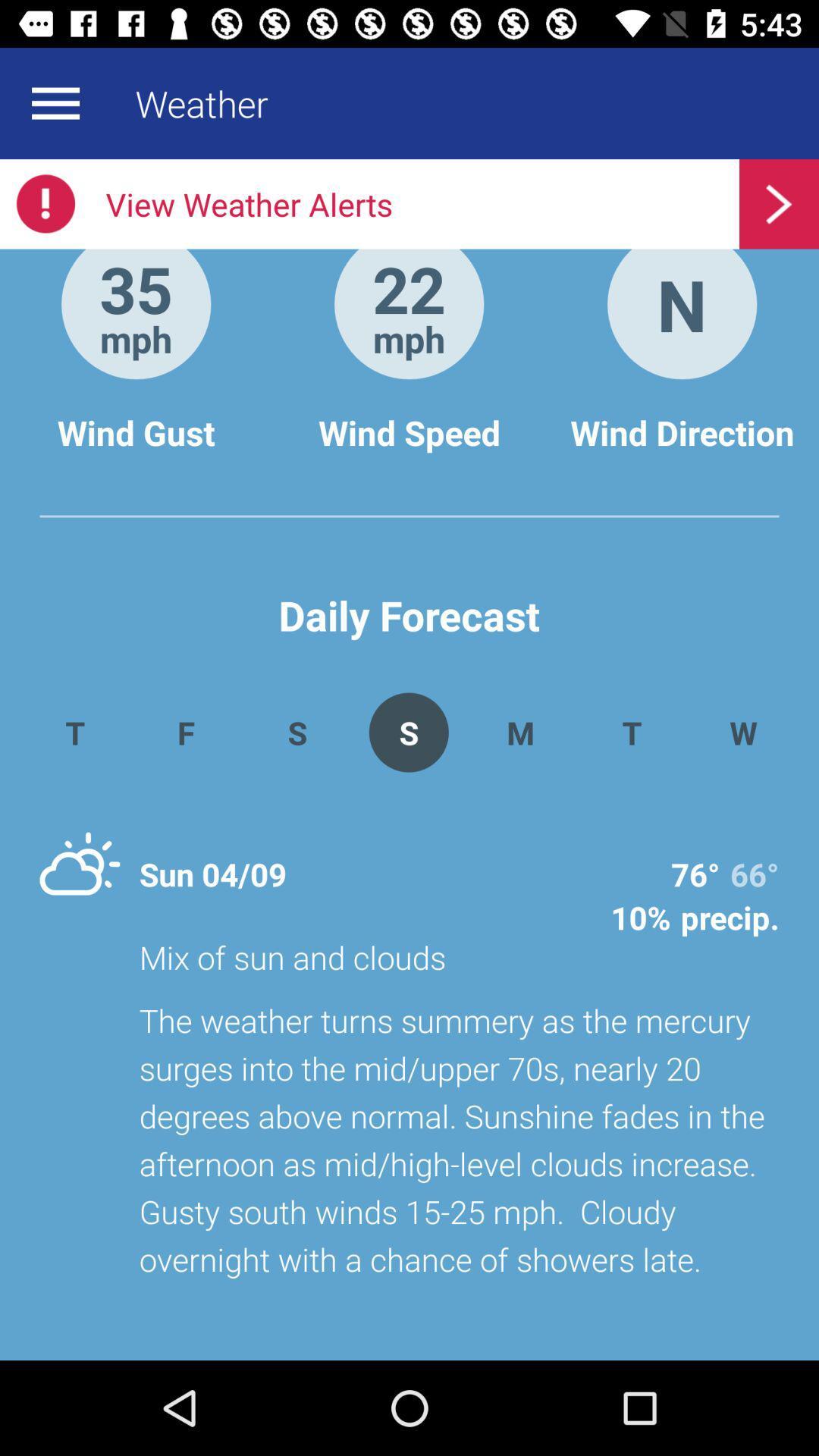 Image resolution: width=819 pixels, height=1456 pixels. I want to click on item next to the s icon, so click(519, 732).